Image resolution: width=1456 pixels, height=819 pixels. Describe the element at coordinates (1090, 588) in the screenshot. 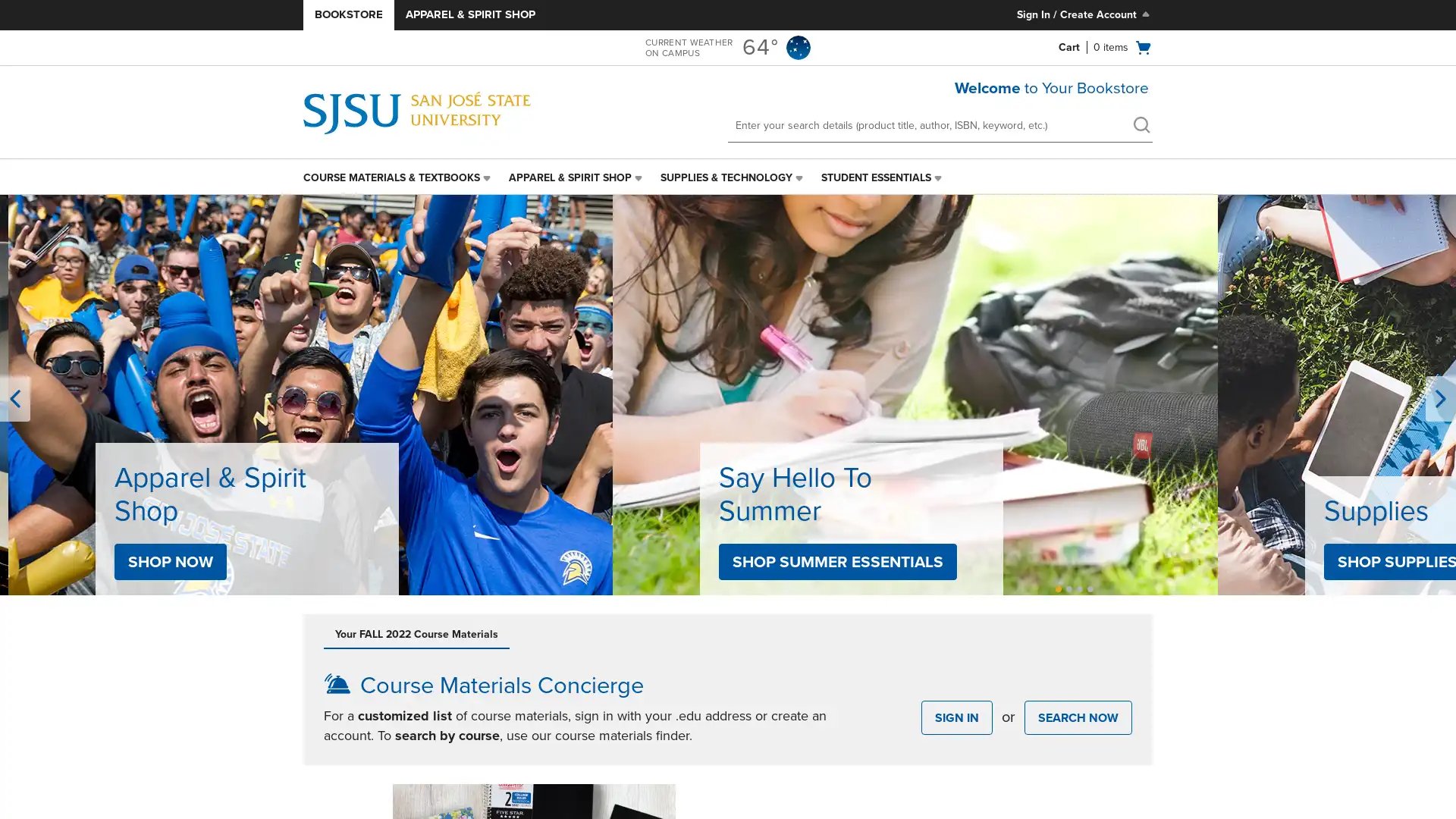

I see `Unselected, Slide 4` at that location.